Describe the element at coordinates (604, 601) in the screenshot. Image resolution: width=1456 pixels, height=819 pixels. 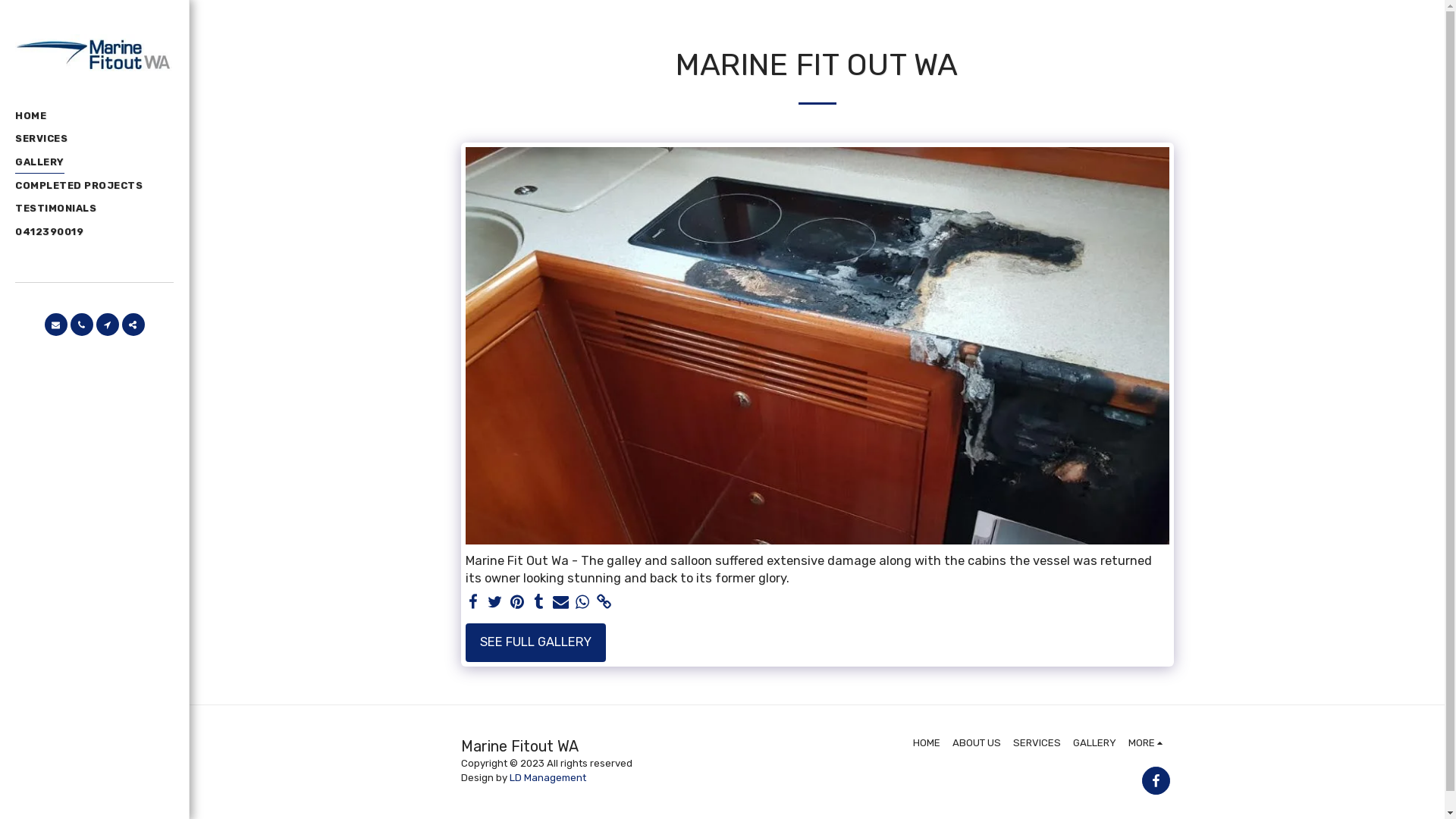
I see `'link'` at that location.